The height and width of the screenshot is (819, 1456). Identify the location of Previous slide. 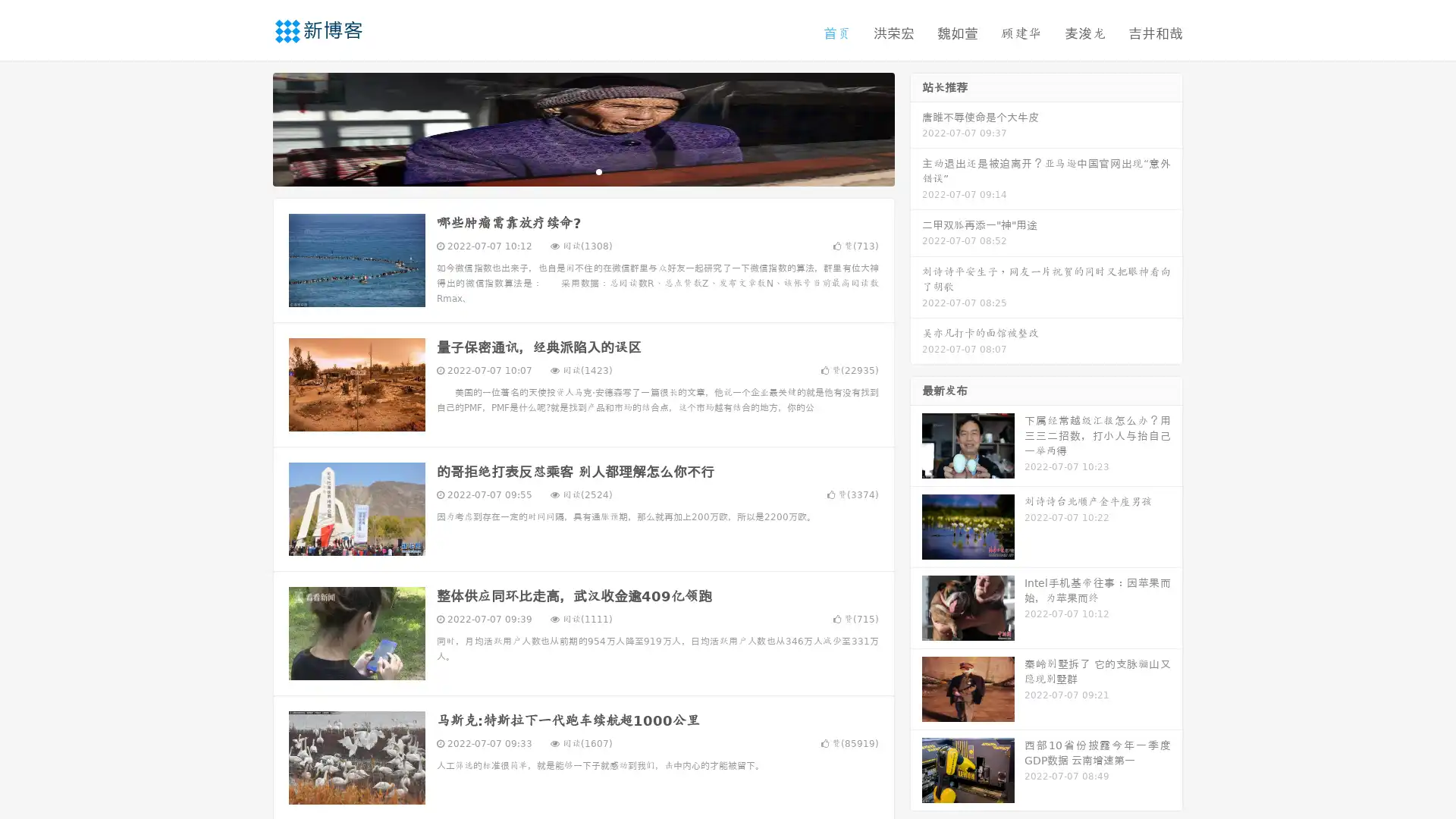
(250, 127).